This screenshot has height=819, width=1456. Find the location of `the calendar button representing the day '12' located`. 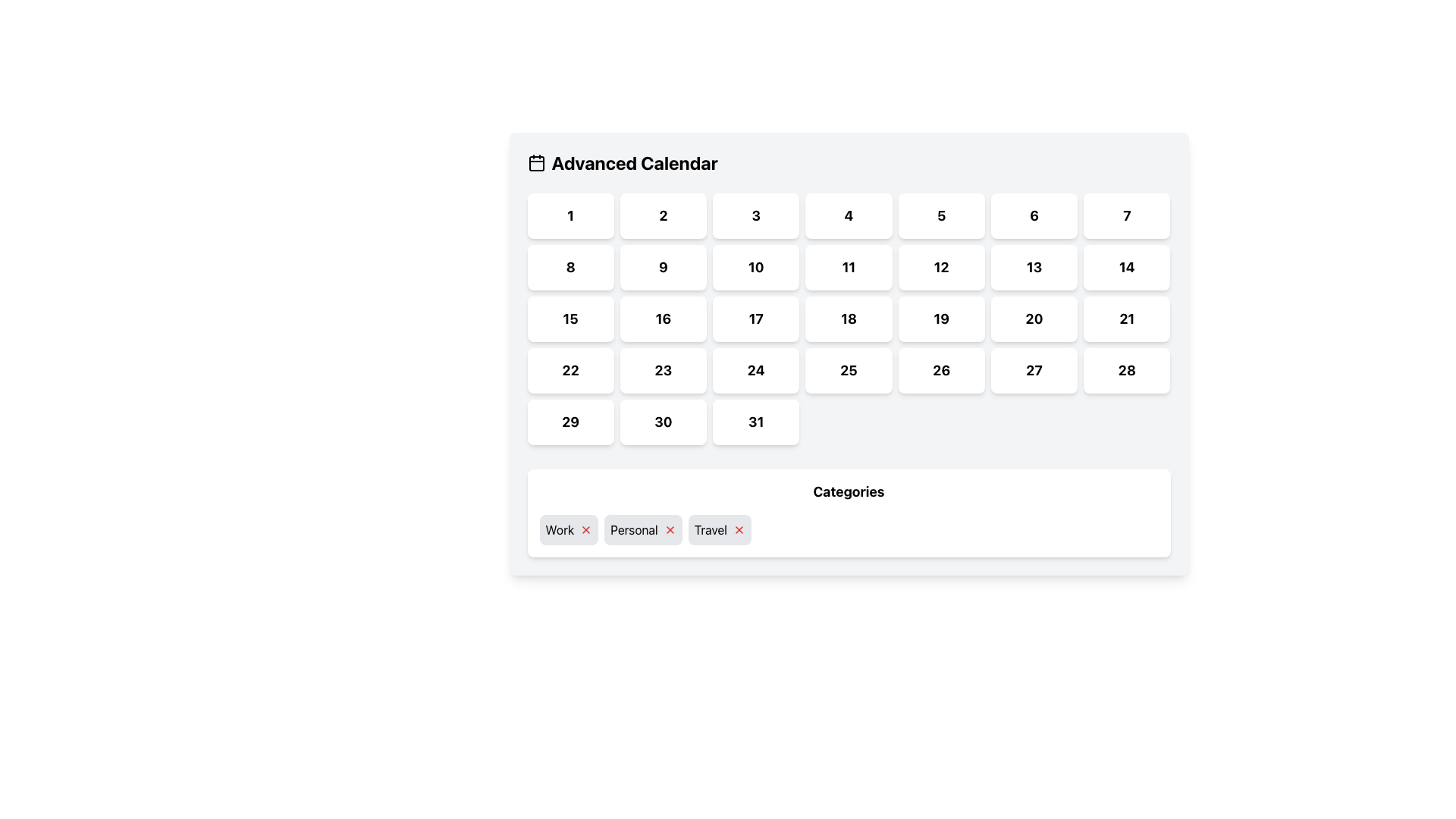

the calendar button representing the day '12' located is located at coordinates (940, 267).